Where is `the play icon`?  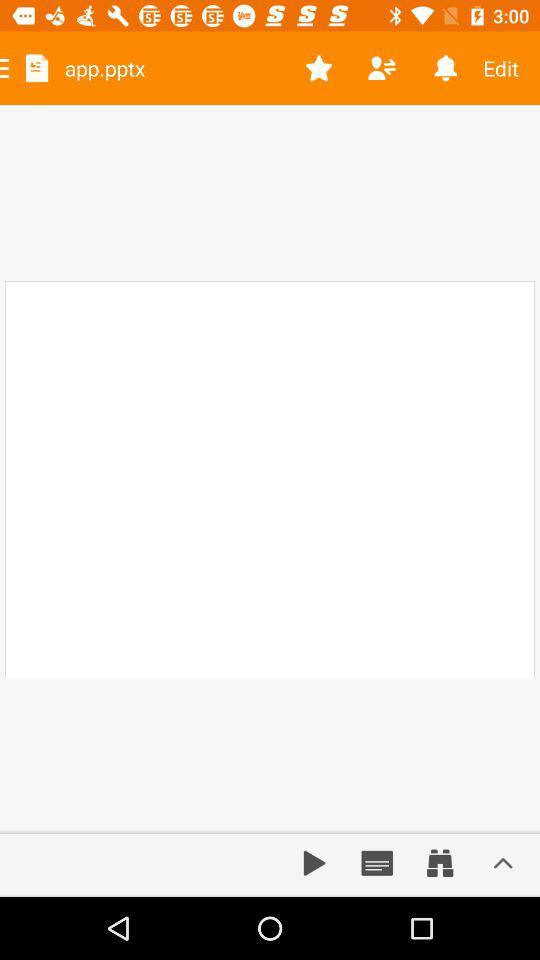
the play icon is located at coordinates (314, 862).